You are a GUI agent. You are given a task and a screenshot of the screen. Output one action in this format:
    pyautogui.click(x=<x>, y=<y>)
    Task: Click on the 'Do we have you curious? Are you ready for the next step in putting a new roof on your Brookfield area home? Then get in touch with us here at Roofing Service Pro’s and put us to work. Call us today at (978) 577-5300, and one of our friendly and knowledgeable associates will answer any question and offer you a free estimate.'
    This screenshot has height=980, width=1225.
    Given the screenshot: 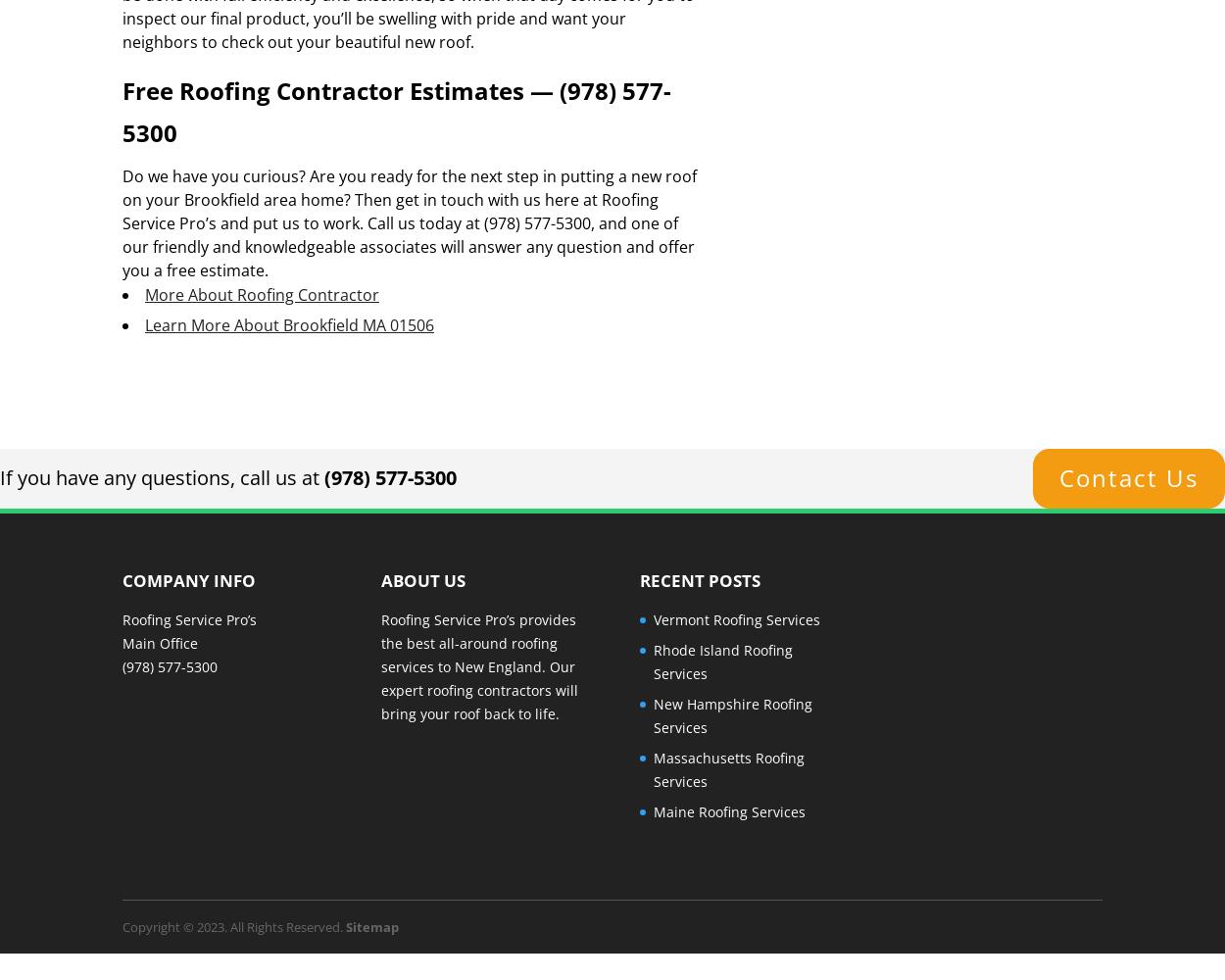 What is the action you would take?
    pyautogui.click(x=409, y=221)
    